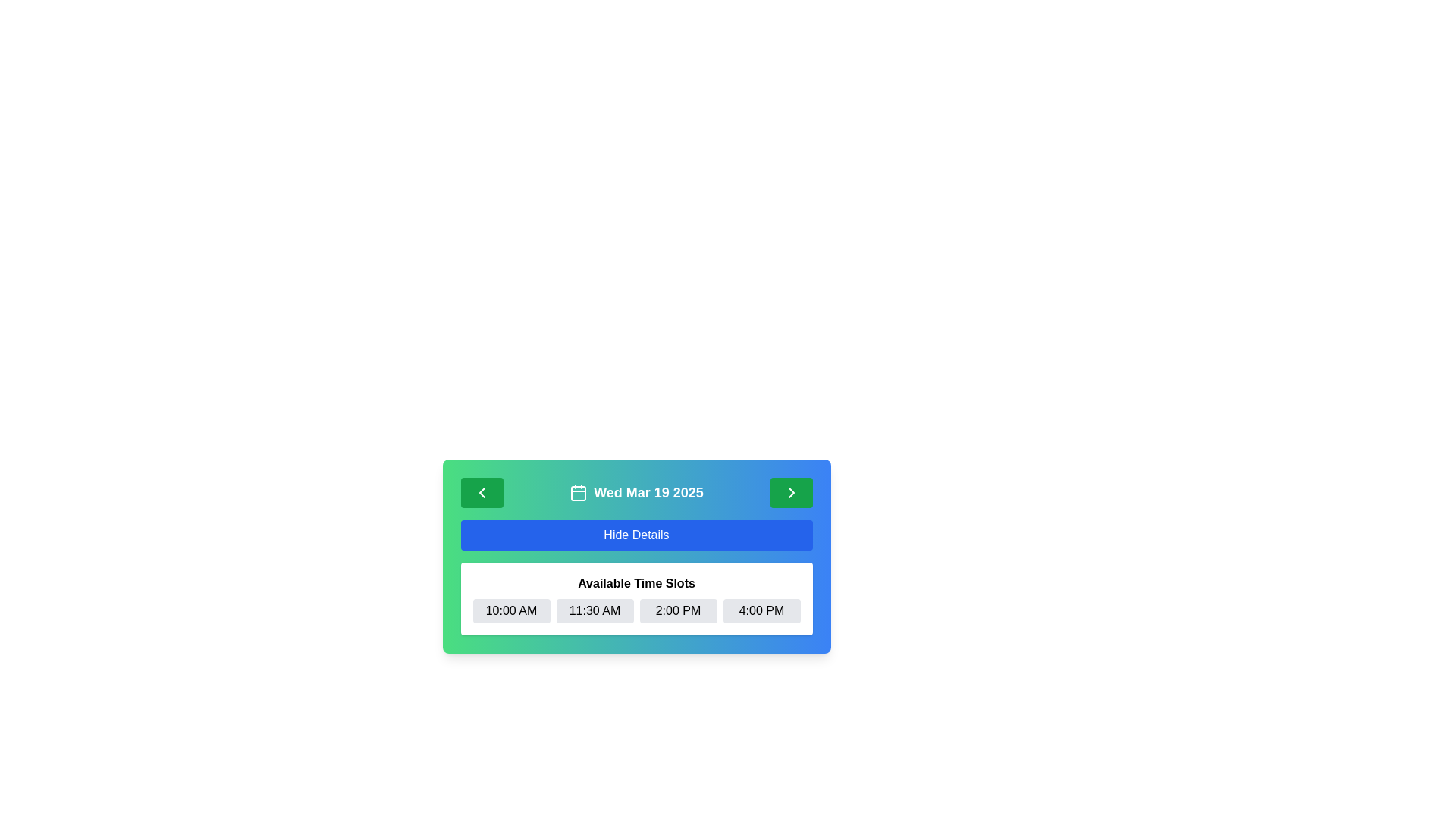 This screenshot has height=819, width=1456. I want to click on the small rectangular button labeled '4:00 PM' with a light gray background, so click(761, 610).